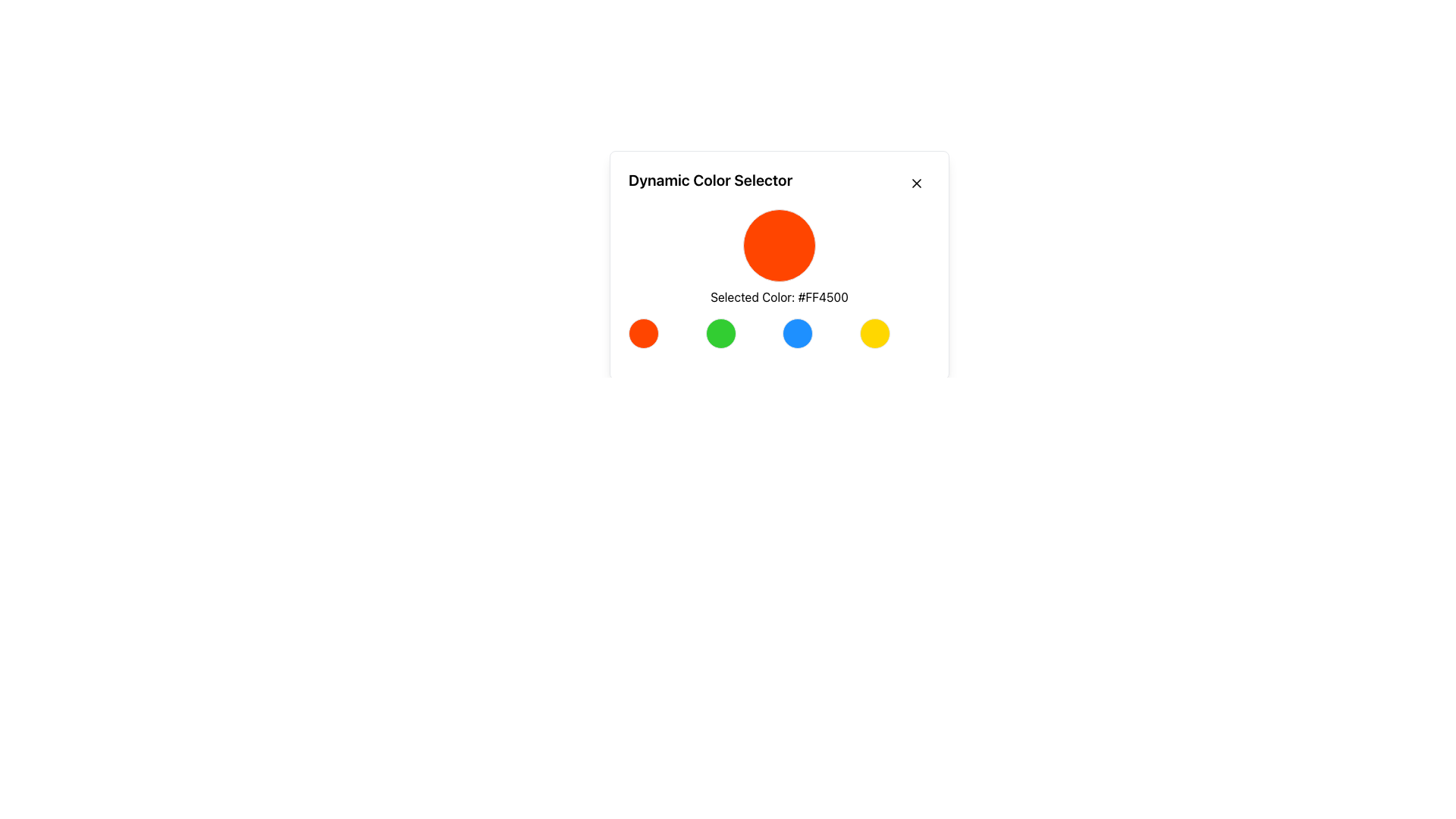  What do you see at coordinates (779, 332) in the screenshot?
I see `the grid of interactive color buttons located centrally within the modal dialog, just below the selected color text and color circle` at bounding box center [779, 332].